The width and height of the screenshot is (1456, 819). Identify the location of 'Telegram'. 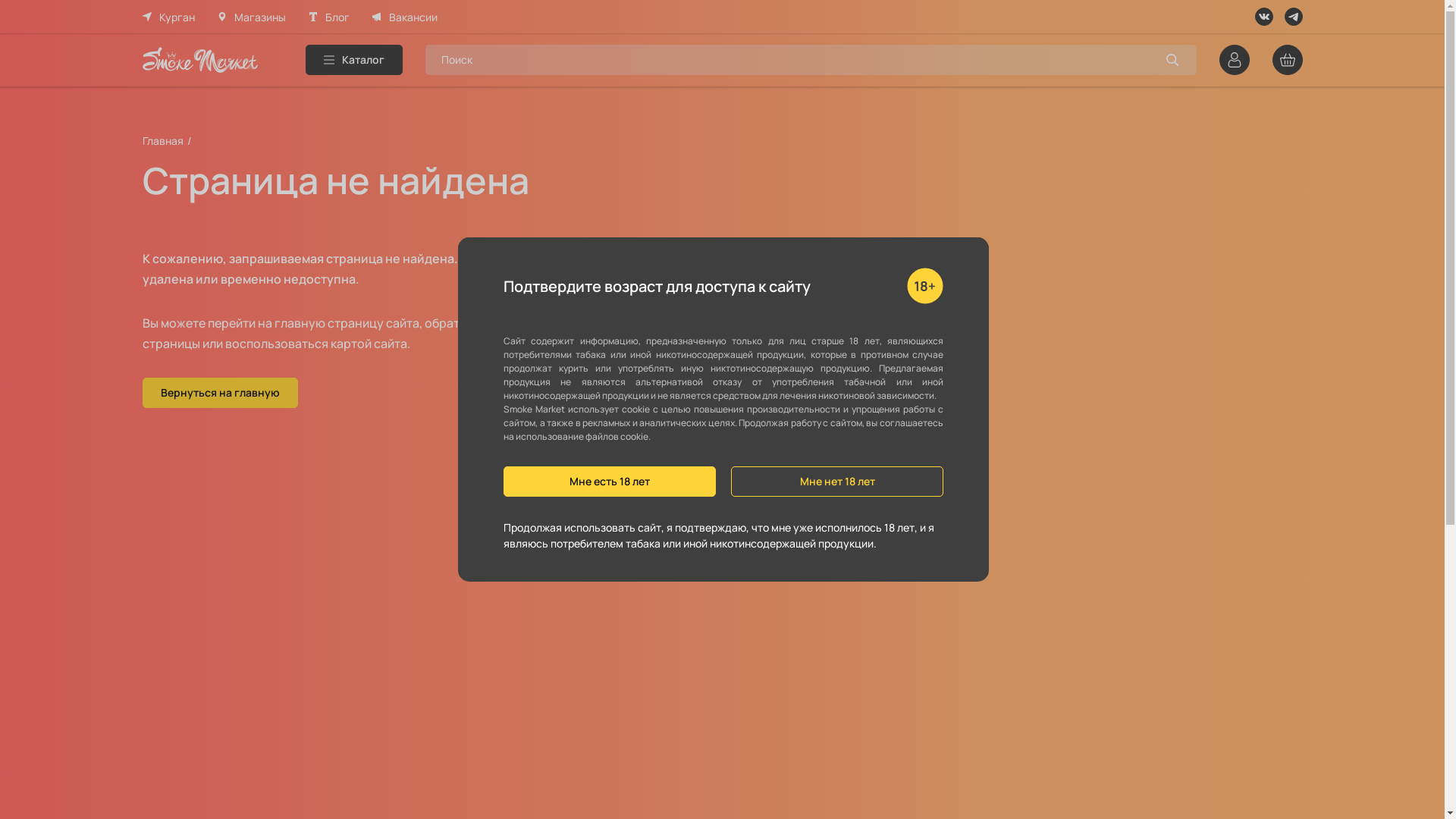
(1284, 17).